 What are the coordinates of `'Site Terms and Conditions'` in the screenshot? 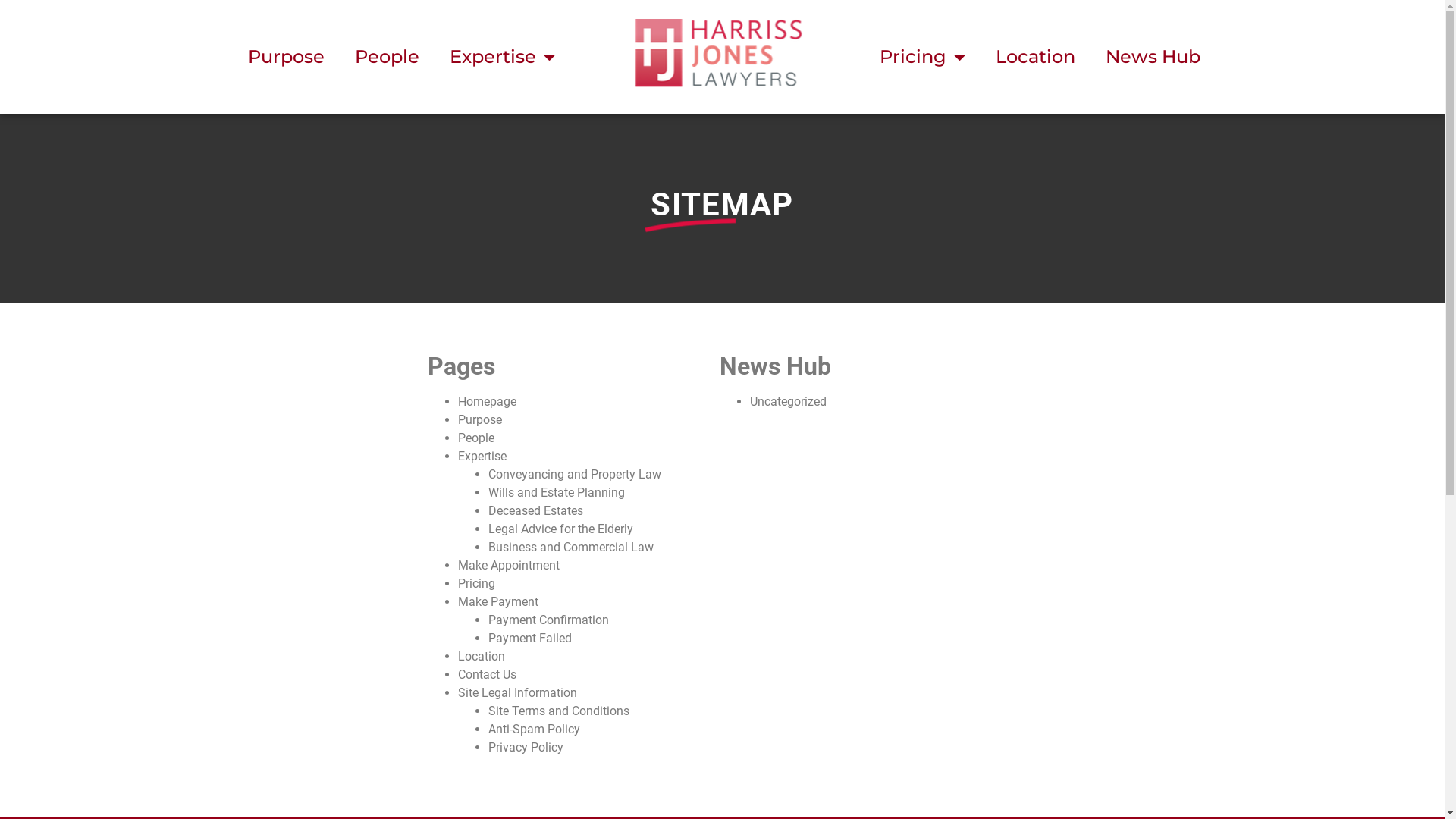 It's located at (558, 711).